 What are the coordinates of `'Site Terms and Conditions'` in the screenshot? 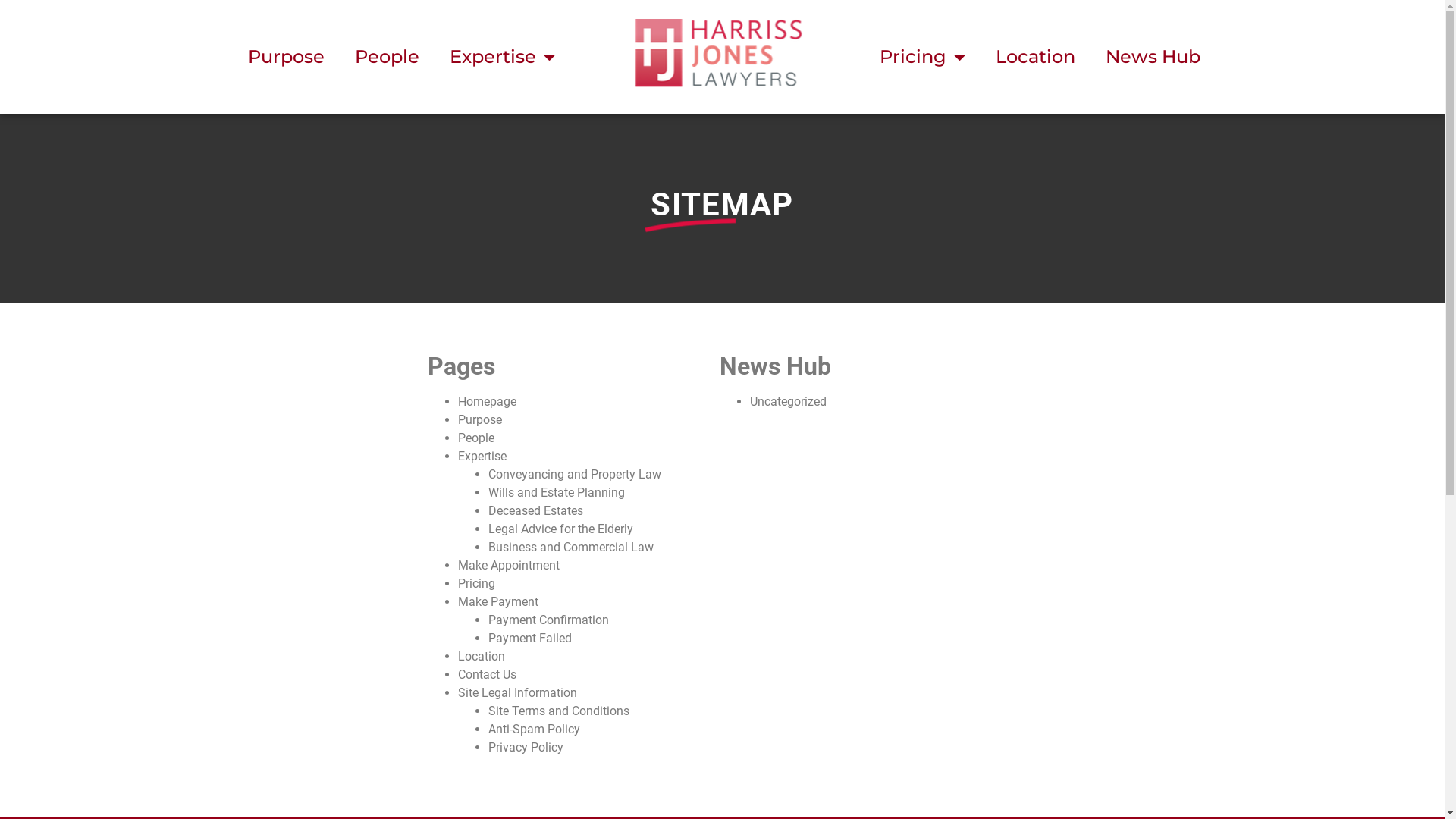 It's located at (558, 711).